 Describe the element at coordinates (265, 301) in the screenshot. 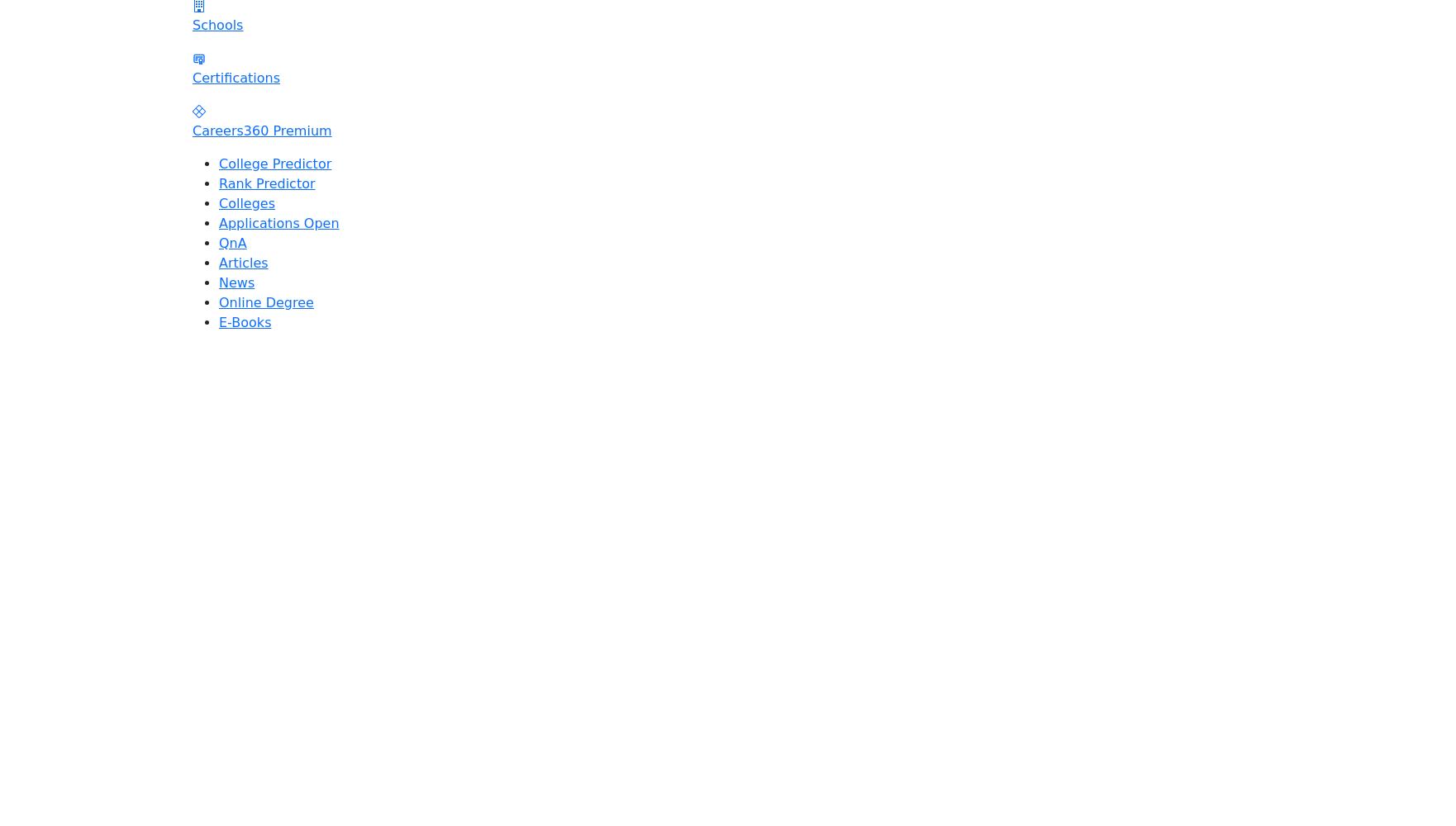

I see `'Online Degree'` at that location.